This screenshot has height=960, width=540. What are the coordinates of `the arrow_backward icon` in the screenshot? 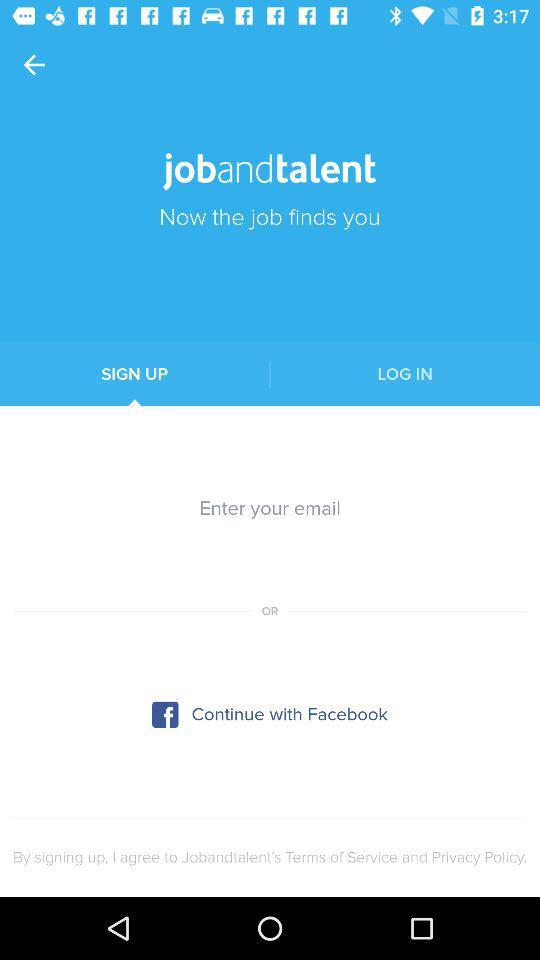 It's located at (33, 65).